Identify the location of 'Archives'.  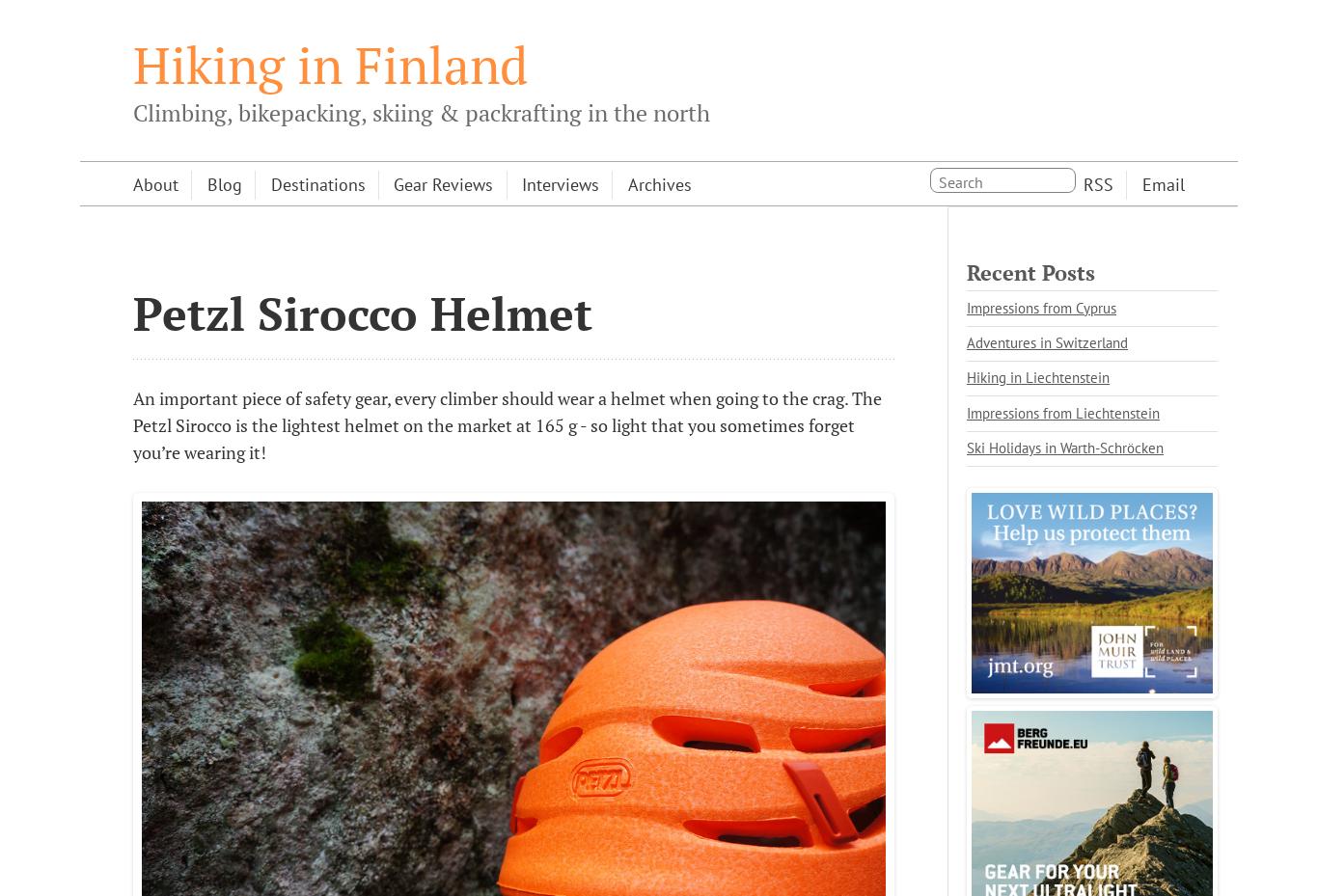
(659, 183).